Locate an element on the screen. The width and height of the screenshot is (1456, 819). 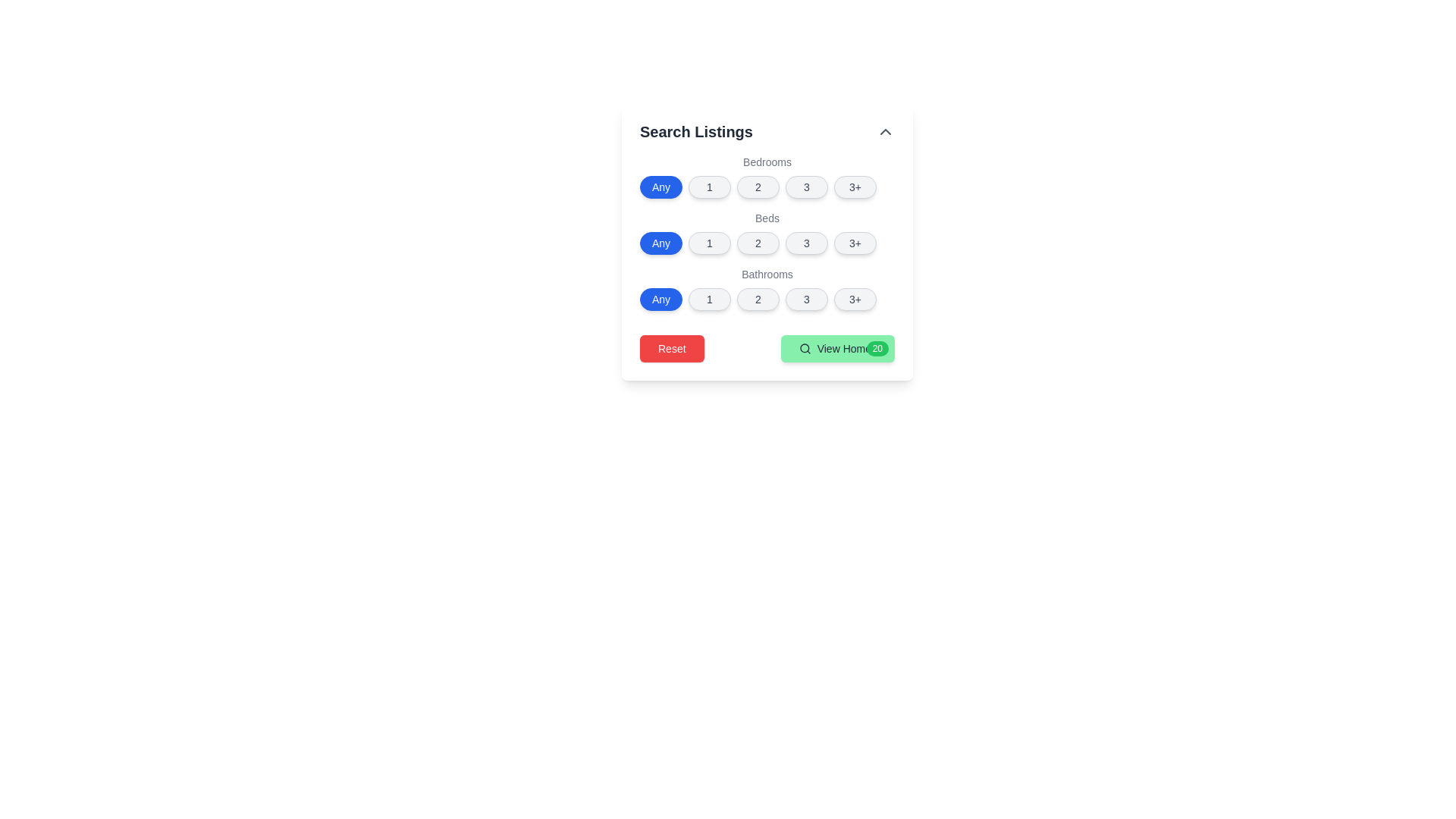
the filter button labeled '3 or more' is located at coordinates (855, 186).